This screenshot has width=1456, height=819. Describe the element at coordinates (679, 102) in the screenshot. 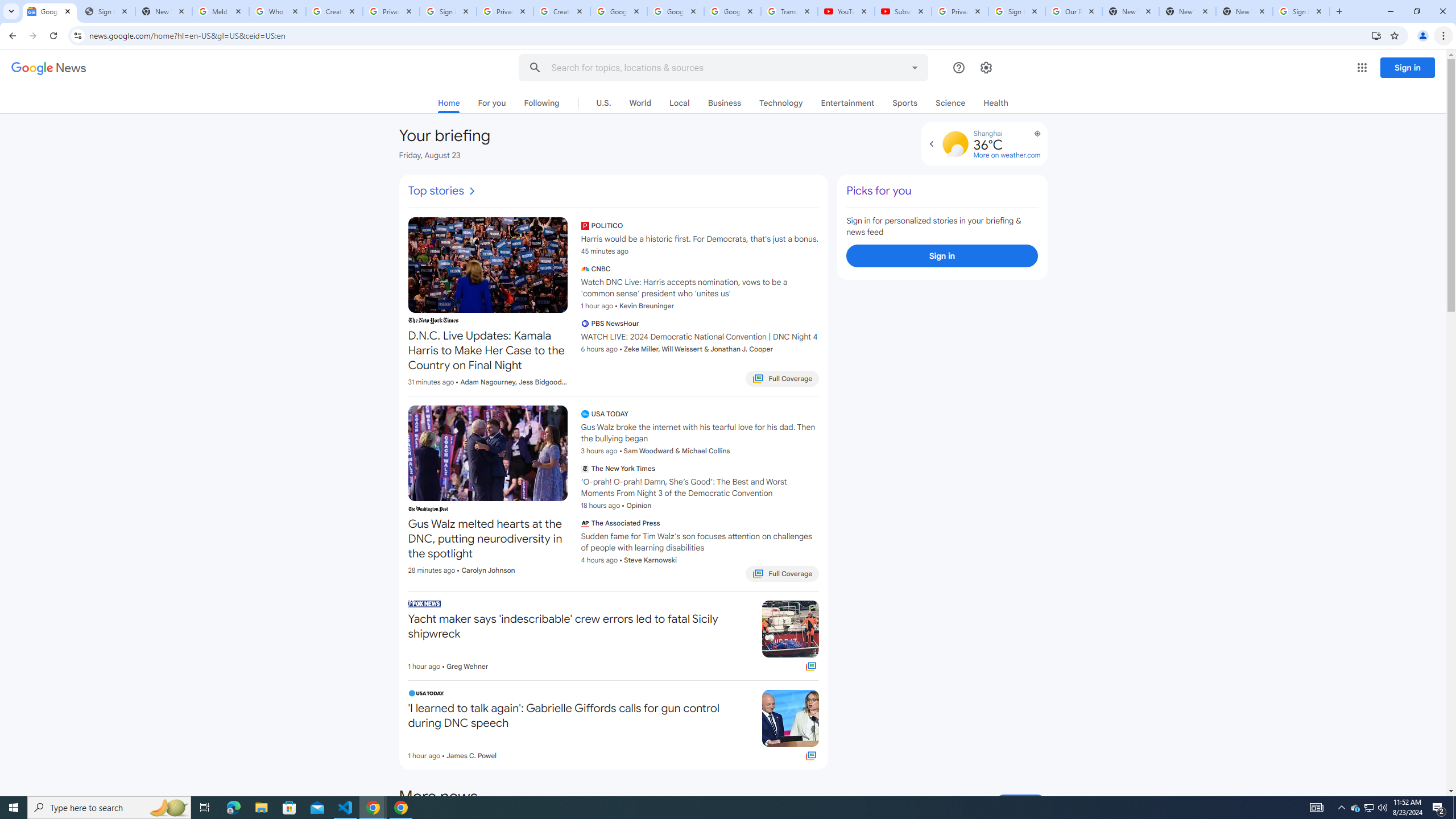

I see `'Local'` at that location.